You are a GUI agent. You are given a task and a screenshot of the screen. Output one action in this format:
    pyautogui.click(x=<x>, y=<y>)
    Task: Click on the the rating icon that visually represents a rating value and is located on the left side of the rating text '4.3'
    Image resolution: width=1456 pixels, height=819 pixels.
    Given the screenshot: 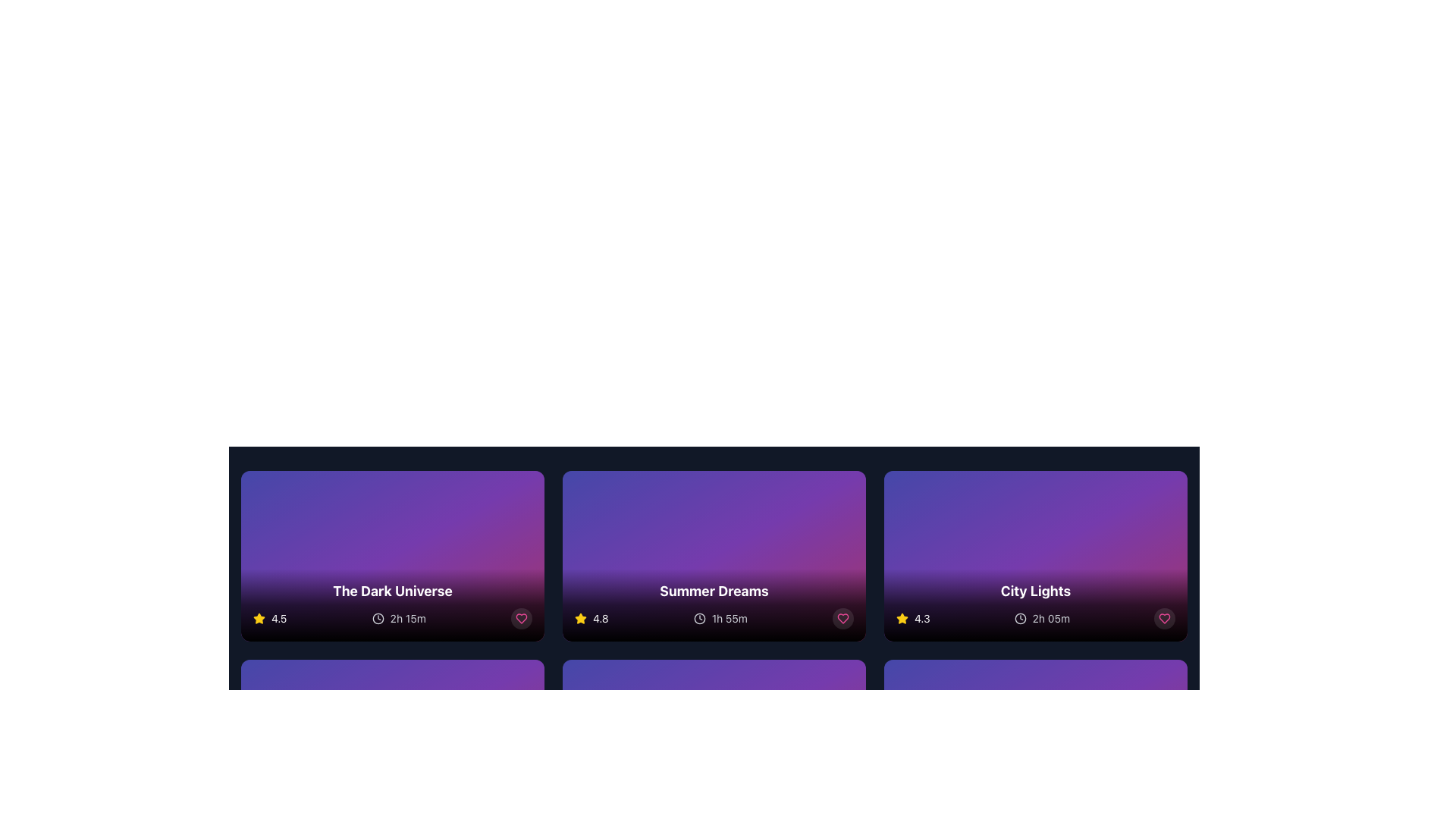 What is the action you would take?
    pyautogui.click(x=902, y=619)
    